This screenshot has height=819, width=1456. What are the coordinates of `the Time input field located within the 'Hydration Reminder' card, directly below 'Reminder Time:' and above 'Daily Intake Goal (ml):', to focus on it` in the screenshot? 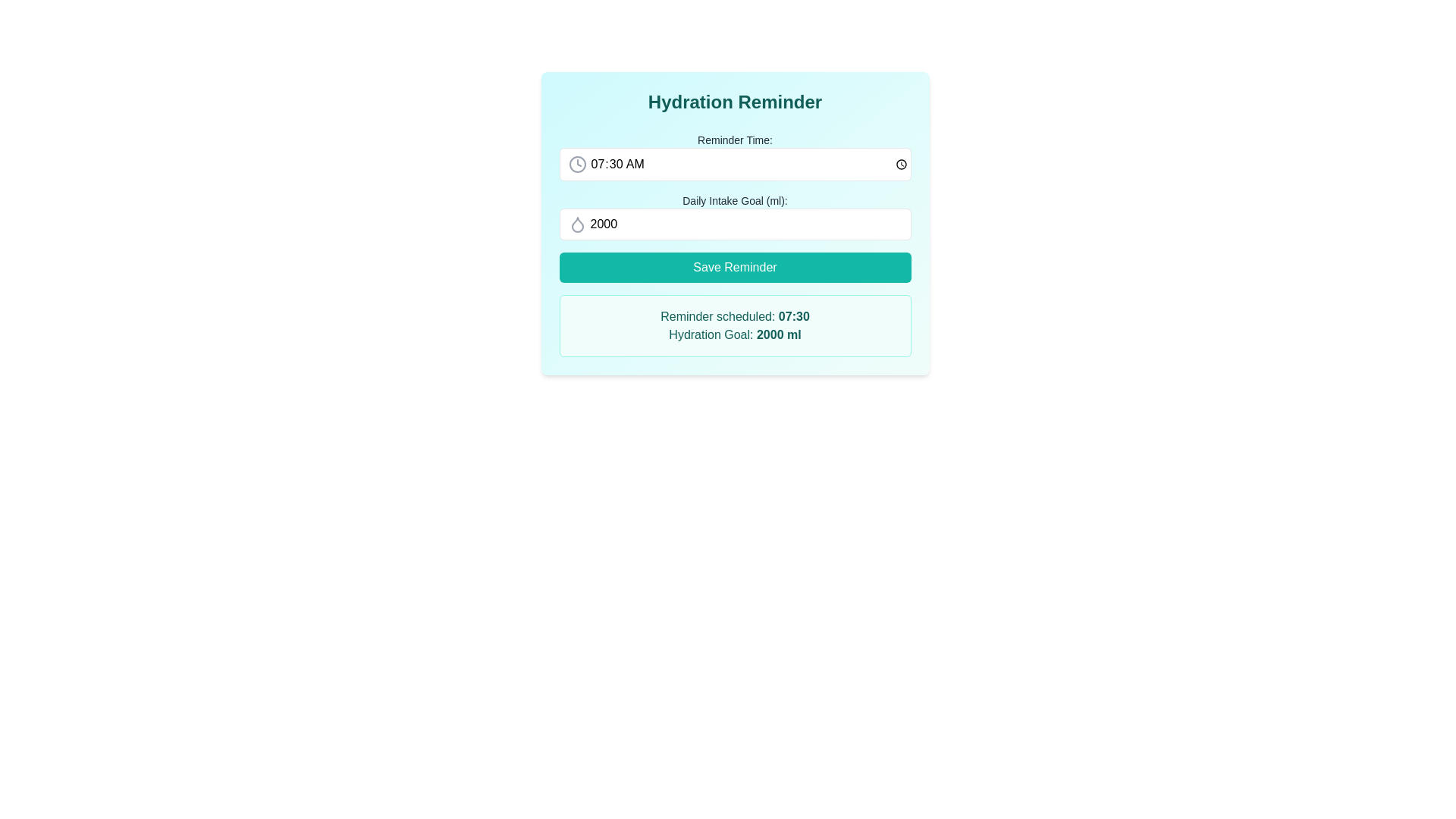 It's located at (735, 164).